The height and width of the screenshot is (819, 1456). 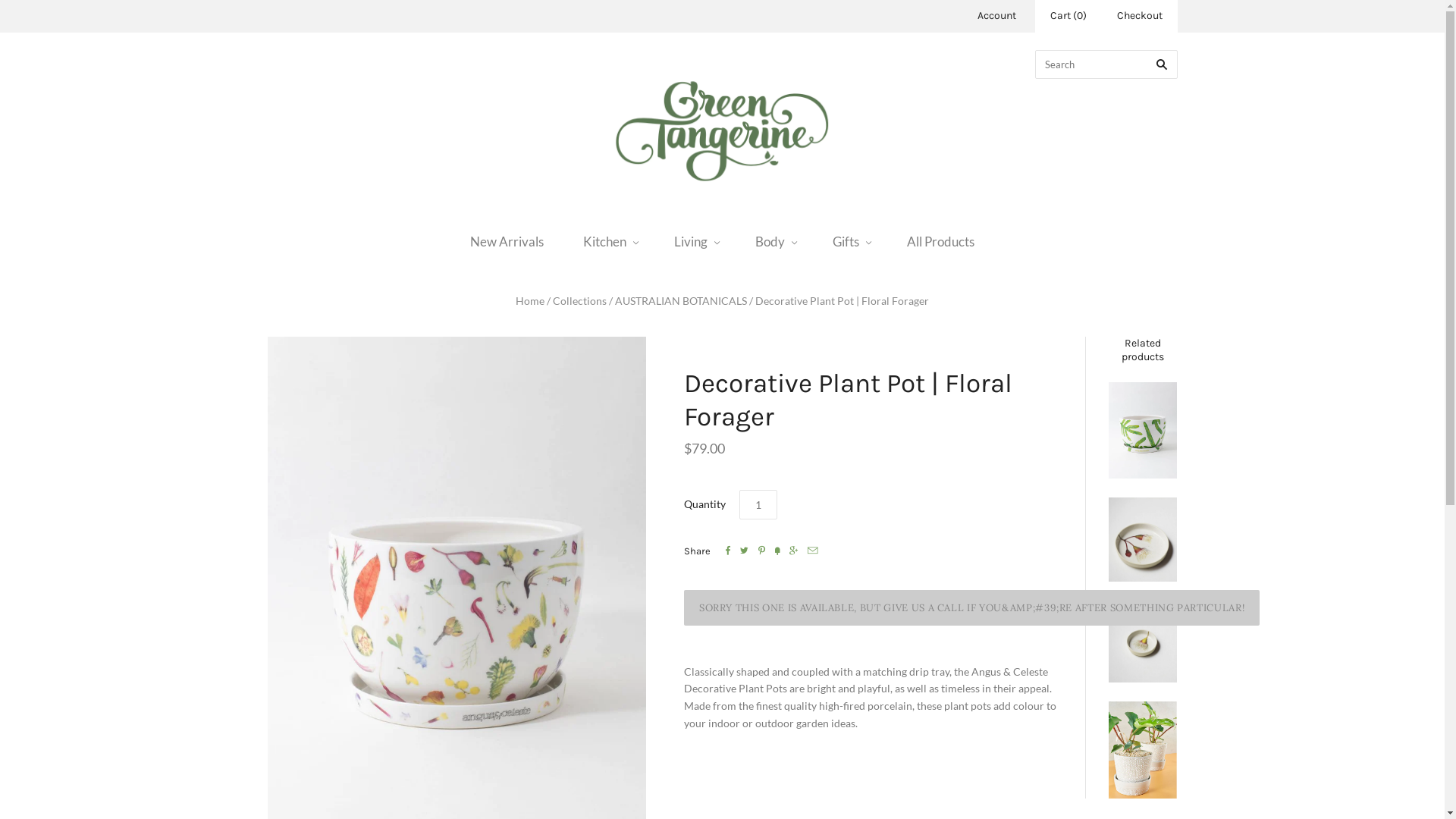 I want to click on 'Kitchen', so click(x=608, y=240).